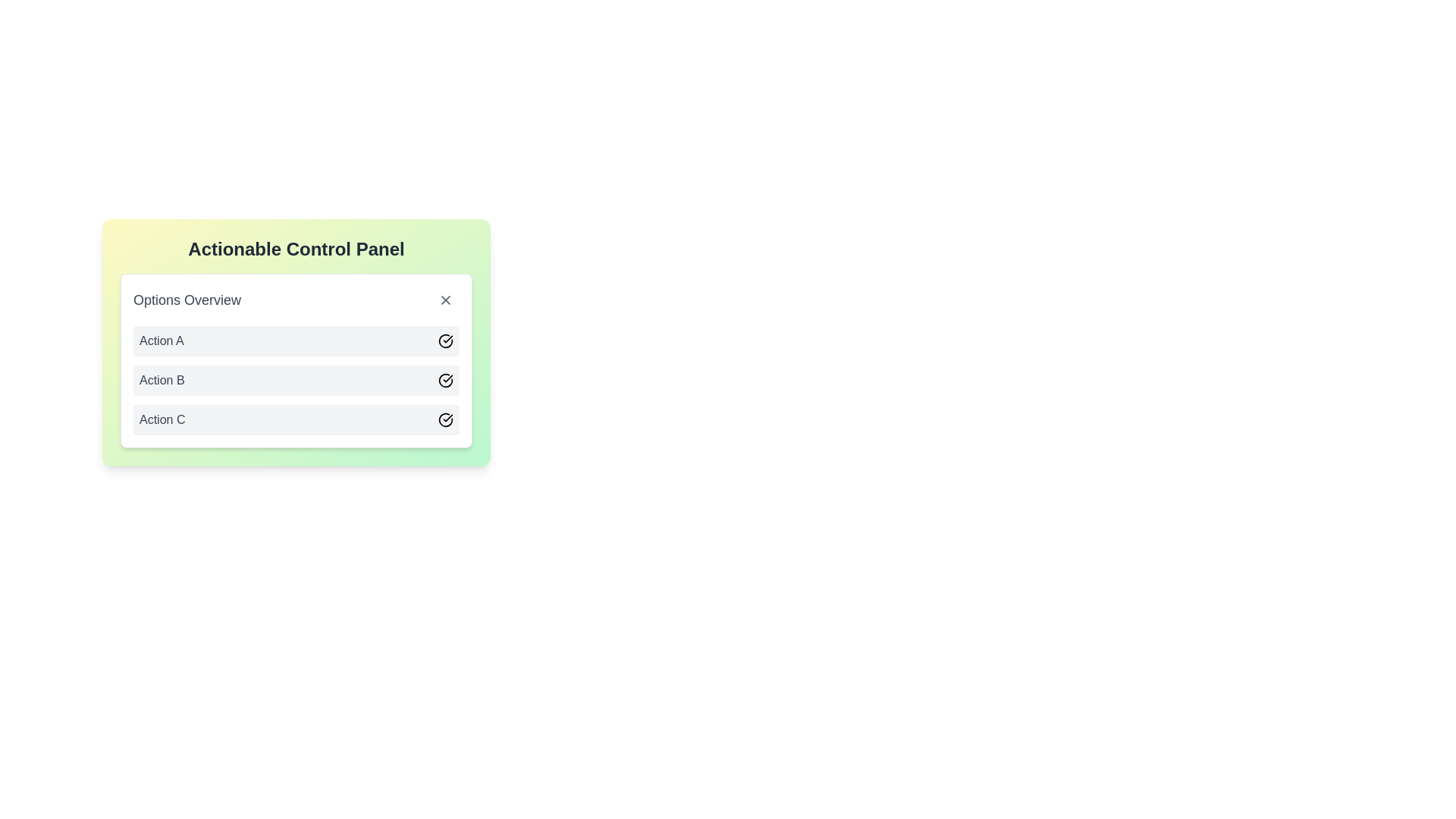 The width and height of the screenshot is (1456, 819). Describe the element at coordinates (445, 379) in the screenshot. I see `the status icon located to the far right of the 'Action B' row in the 'Options Overview' section` at that location.